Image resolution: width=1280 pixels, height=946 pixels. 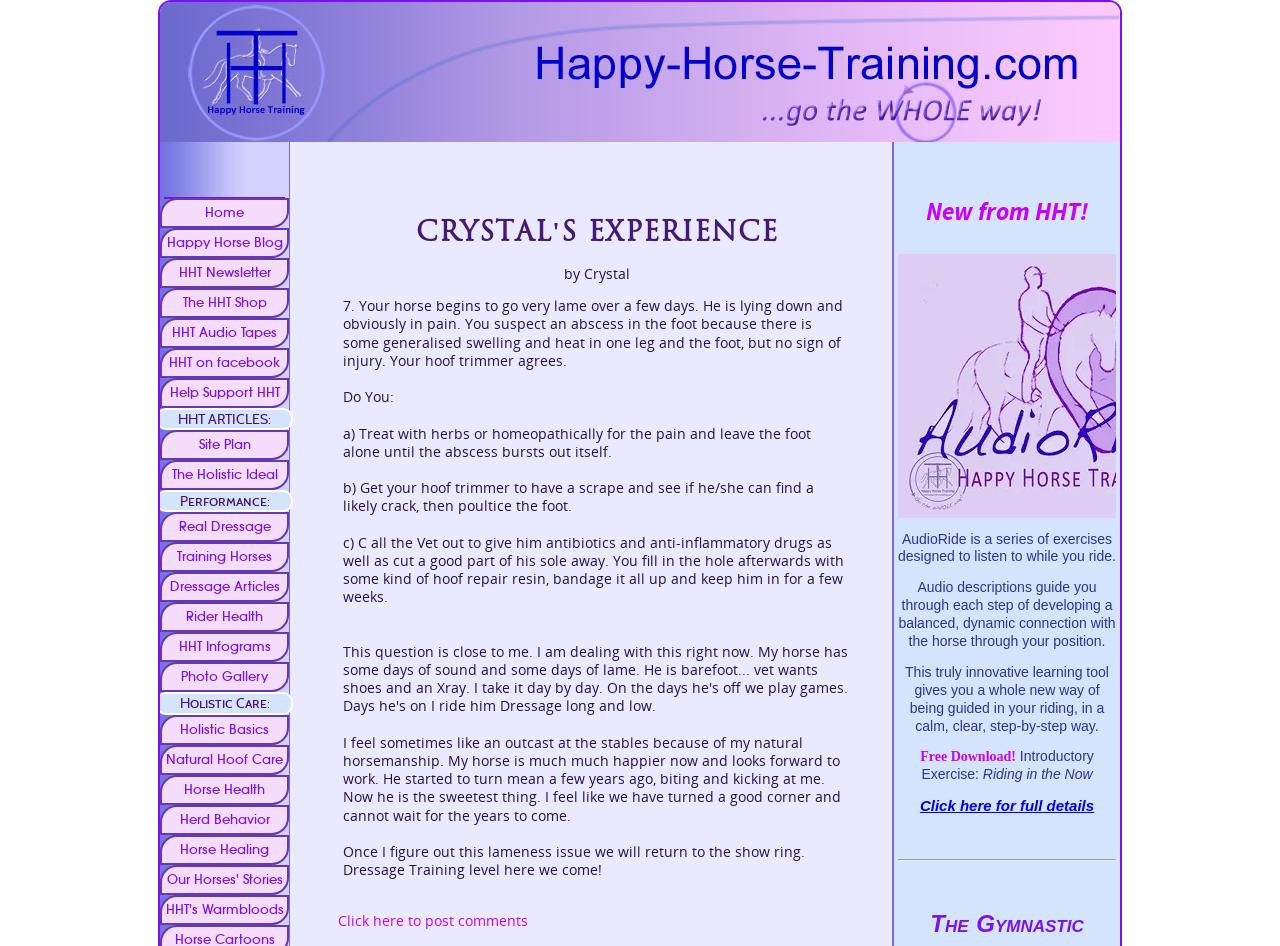 What do you see at coordinates (224, 526) in the screenshot?
I see `'Real Dressage'` at bounding box center [224, 526].